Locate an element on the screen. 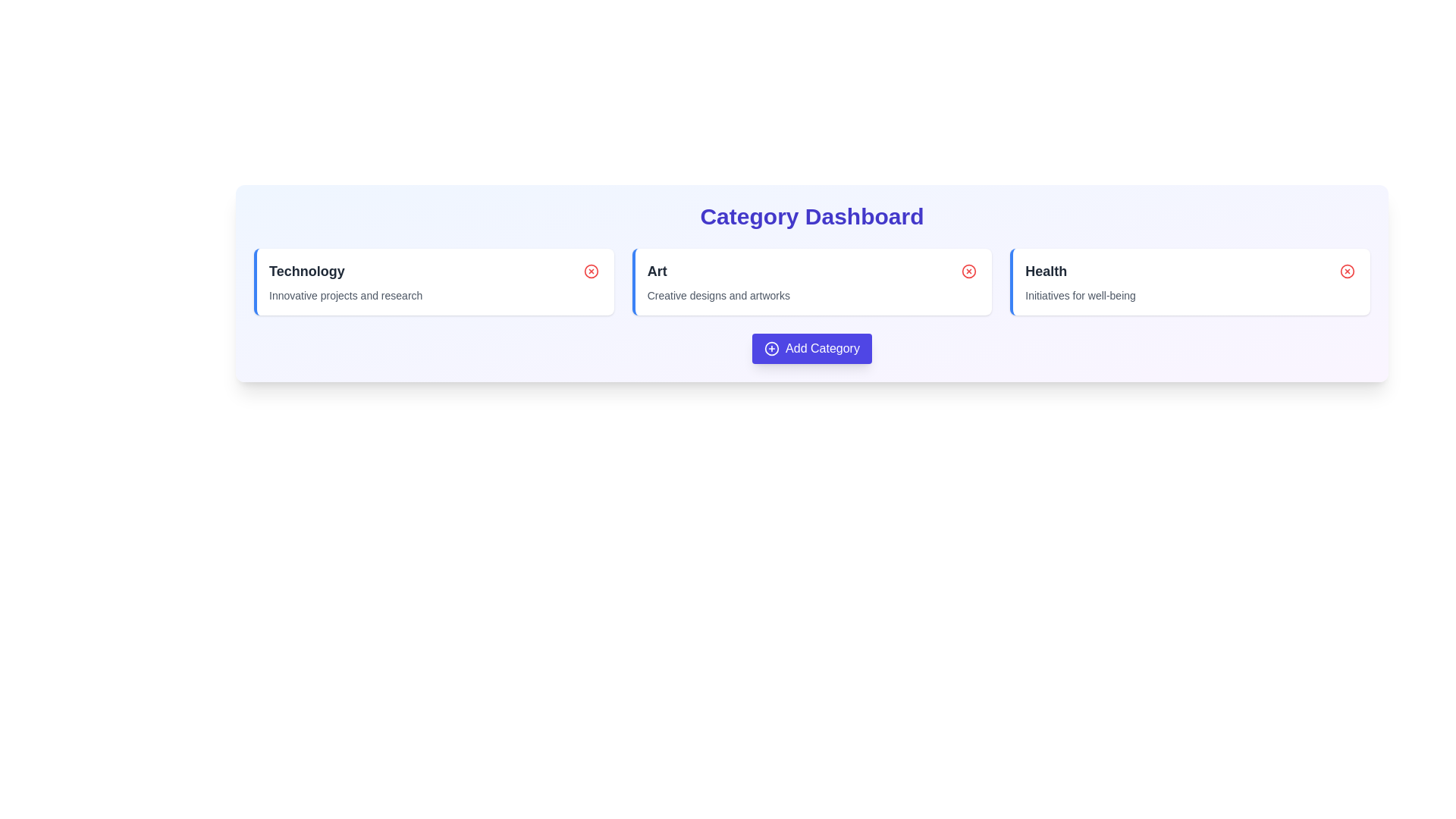 This screenshot has width=1456, height=819. the static text element containing the phrase 'Innovative projects and research.' styled in a small font size and muted gray color, positioned below the 'Technology' heading is located at coordinates (345, 295).